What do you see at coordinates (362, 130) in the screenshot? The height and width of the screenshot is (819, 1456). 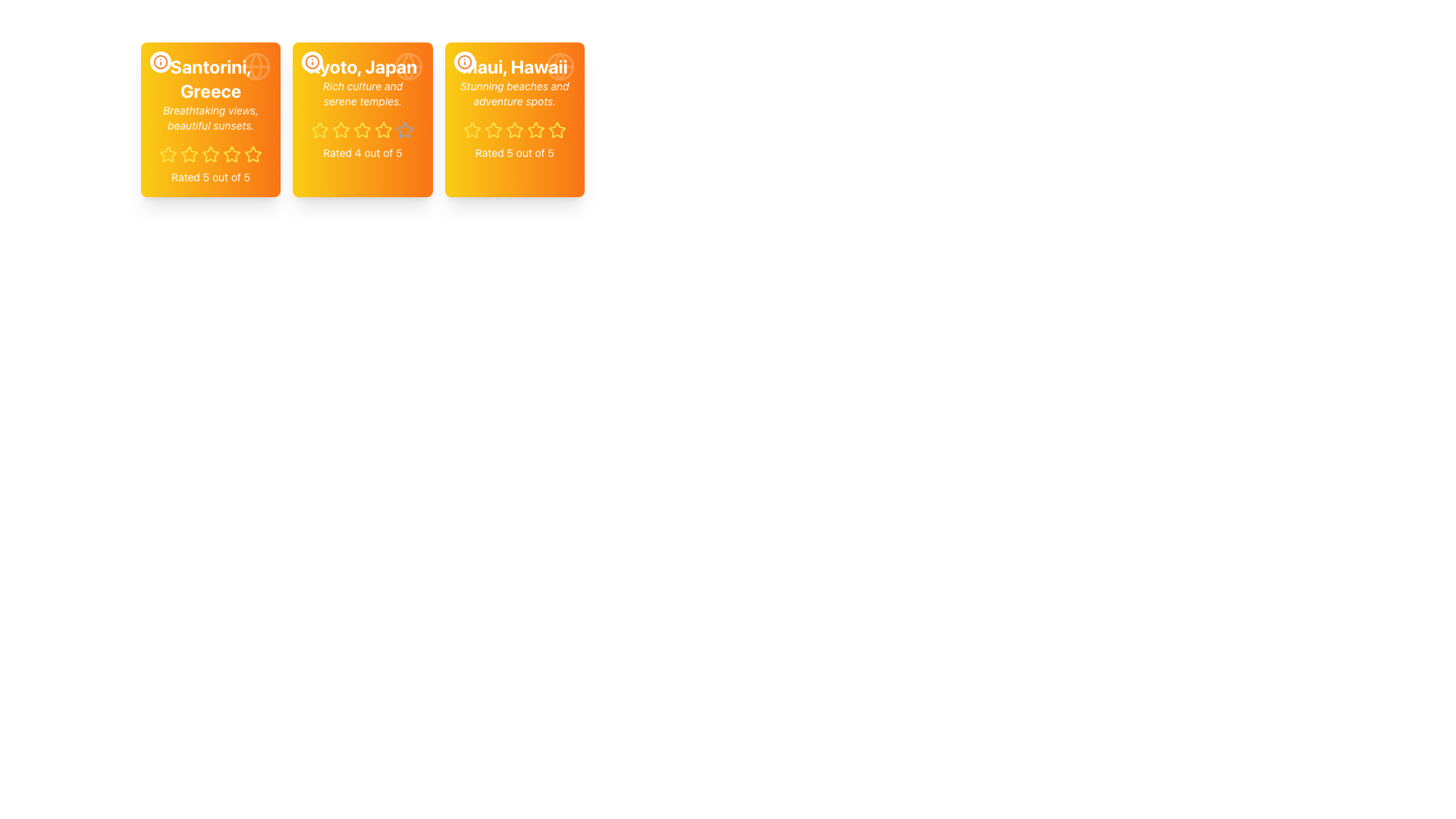 I see `the fourth star icon in the rating indicator located centrally within the orange rectangular card for 'Kyoto, Japan' to set a rating` at bounding box center [362, 130].